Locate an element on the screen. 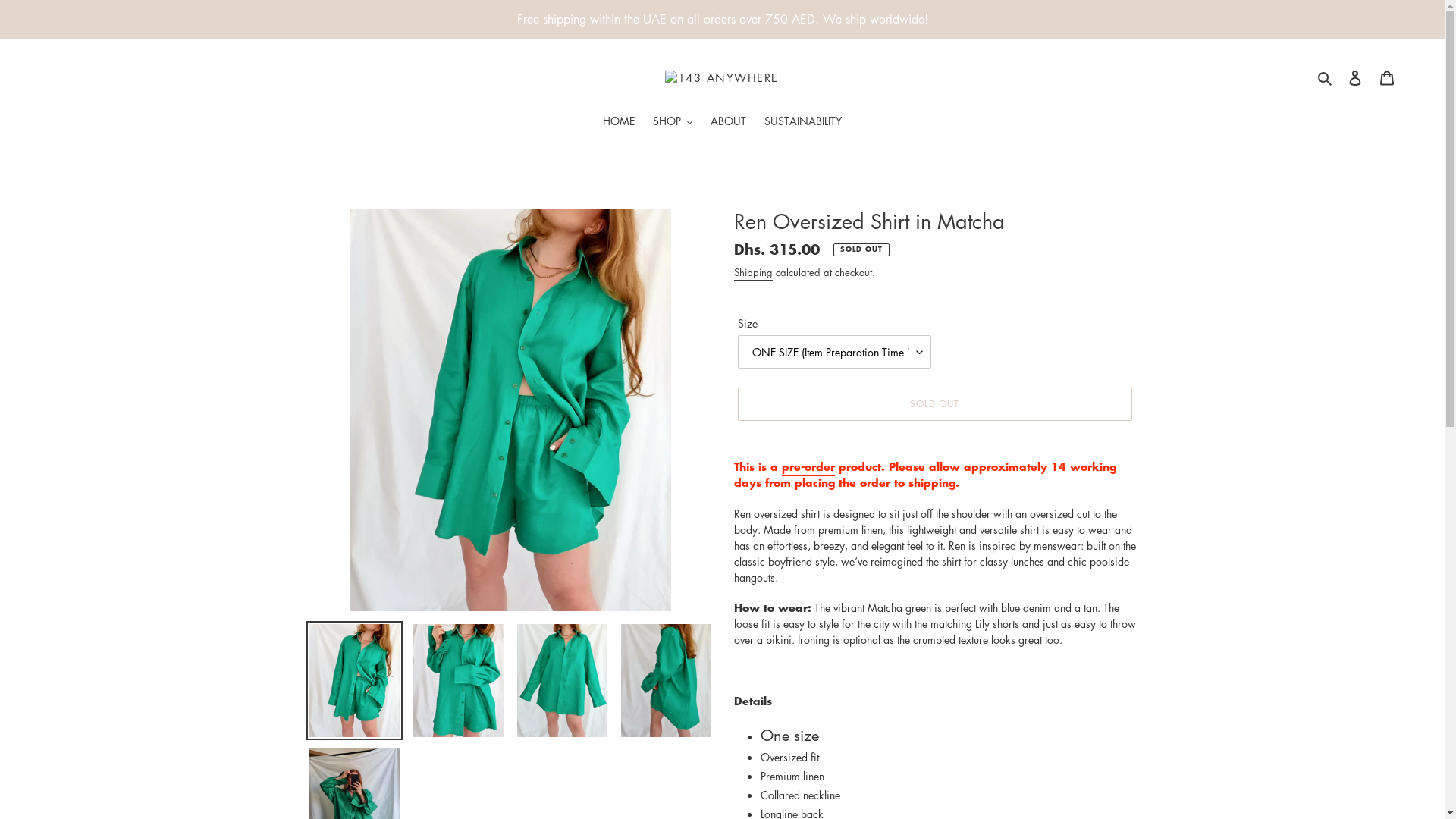 The width and height of the screenshot is (1456, 819). 'Cart' is located at coordinates (1386, 77).